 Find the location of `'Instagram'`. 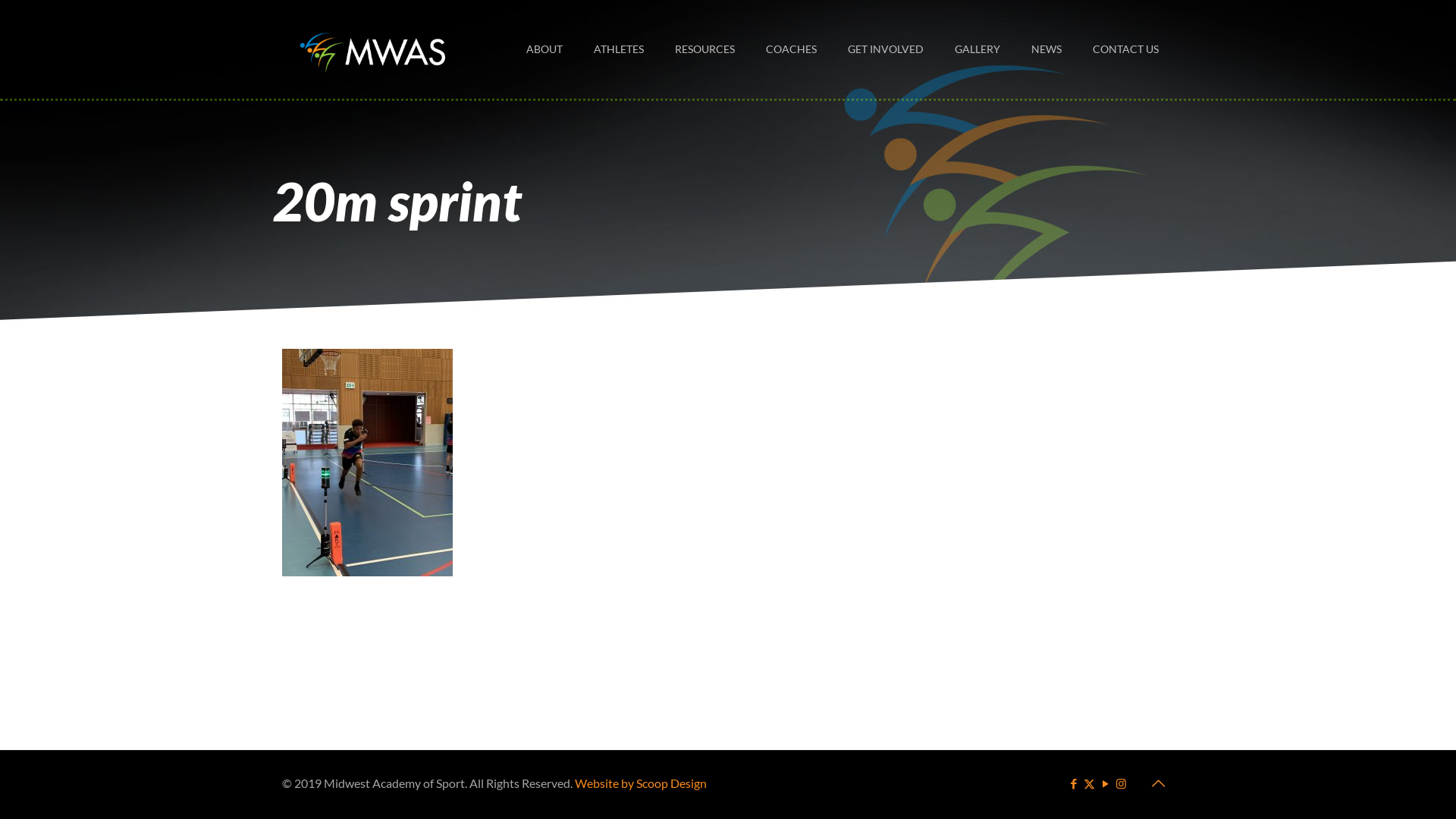

'Instagram' is located at coordinates (1121, 783).